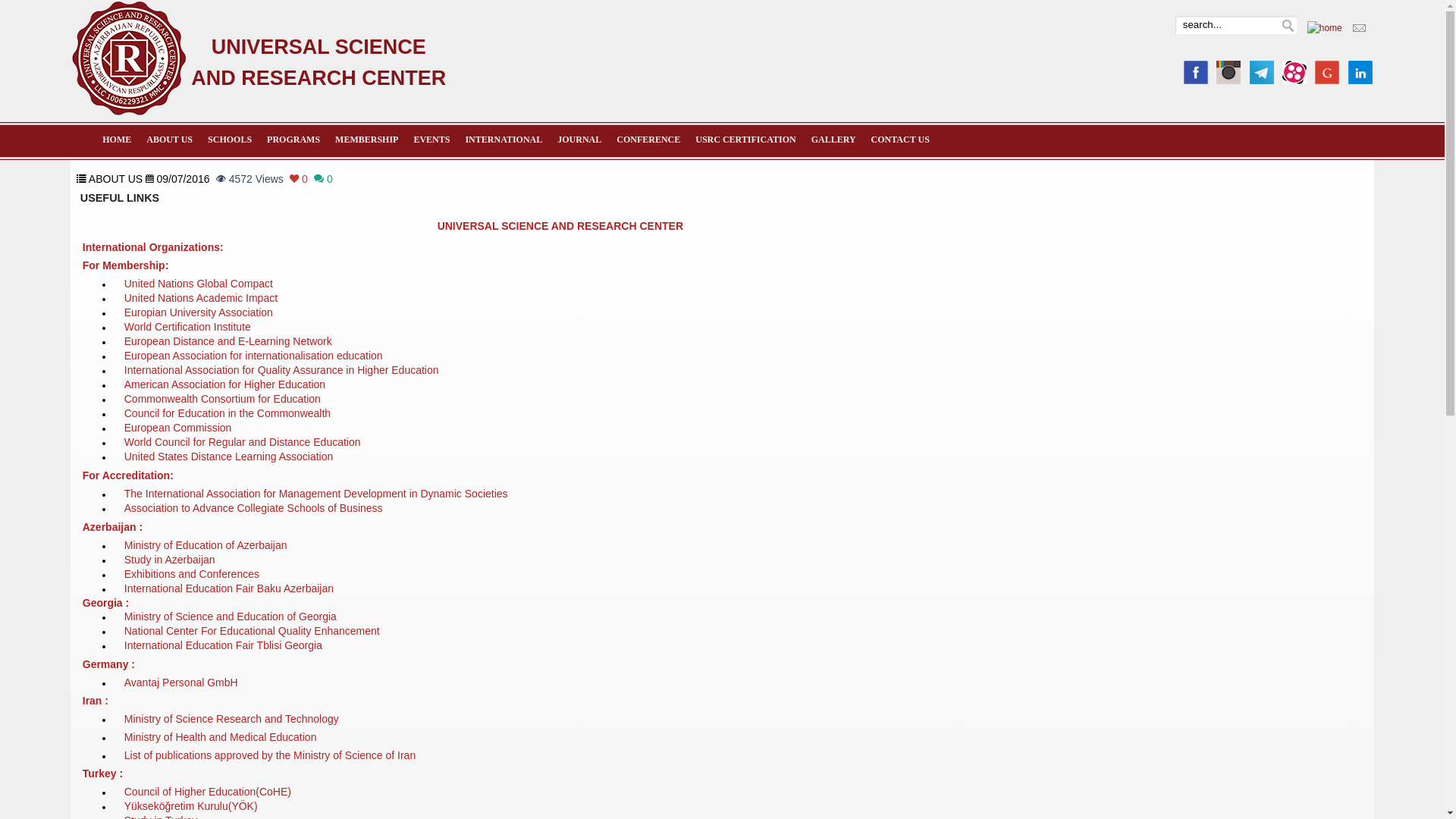  I want to click on 'PROGRAMS', so click(293, 140).